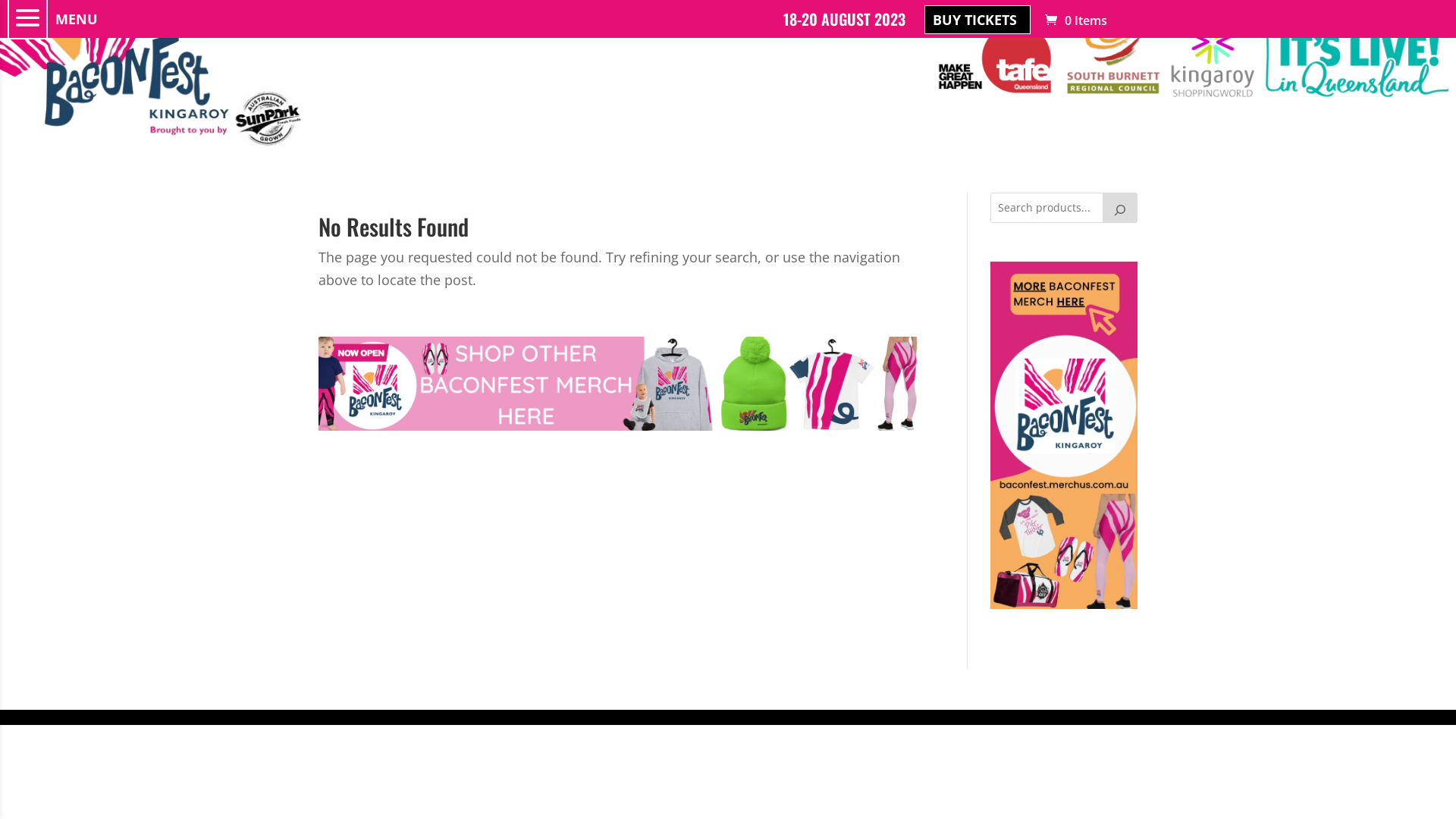 This screenshot has width=1456, height=819. Describe the element at coordinates (152, 76) in the screenshot. I see `'BaconFest_Horizontal Backgrd-01-at-2018-08-08'` at that location.